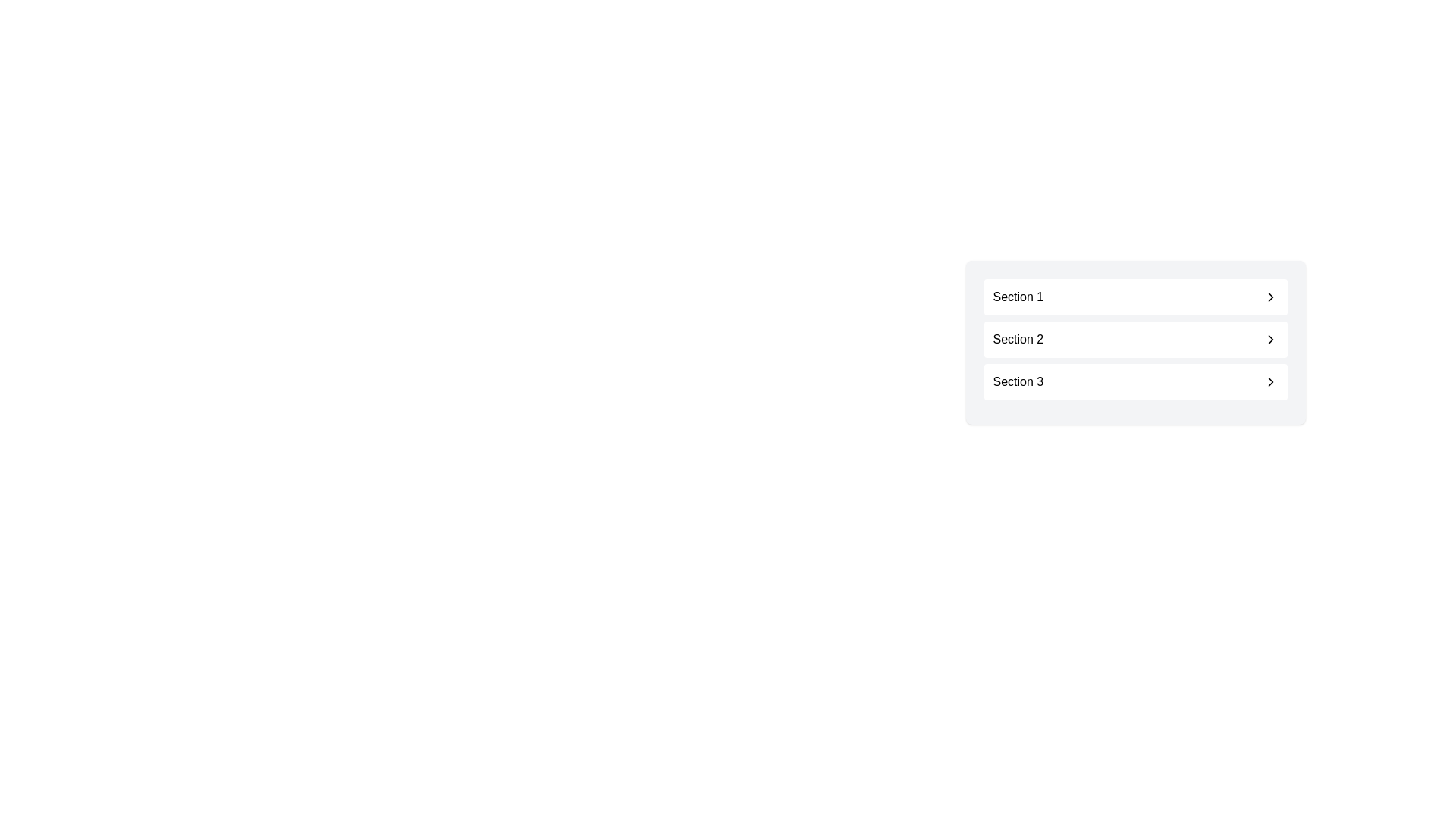  What do you see at coordinates (1018, 338) in the screenshot?
I see `the text label in the second position of the menu list item` at bounding box center [1018, 338].